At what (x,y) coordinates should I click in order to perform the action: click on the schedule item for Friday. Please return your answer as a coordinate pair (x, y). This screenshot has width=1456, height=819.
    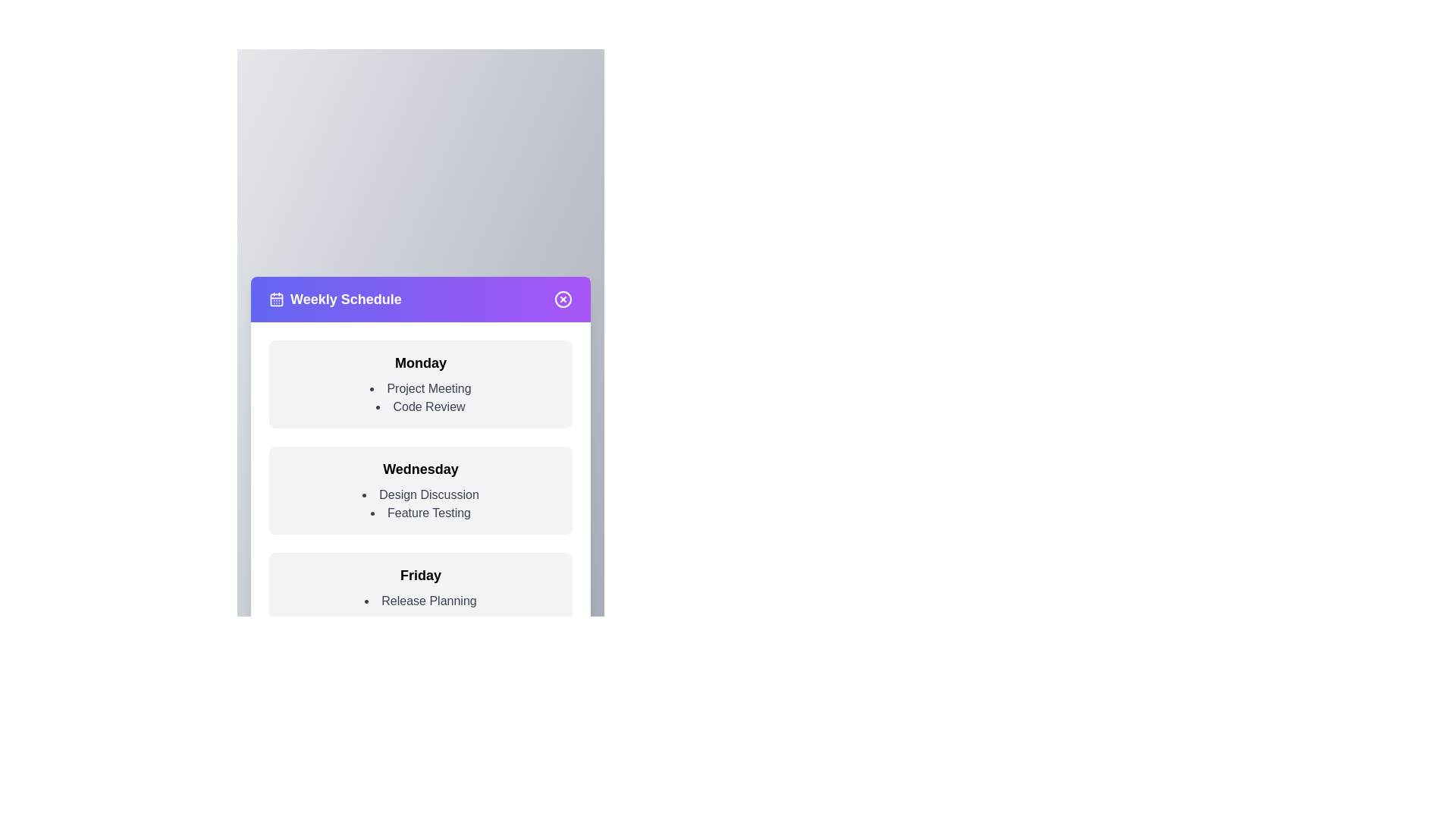
    Looking at the image, I should click on (421, 587).